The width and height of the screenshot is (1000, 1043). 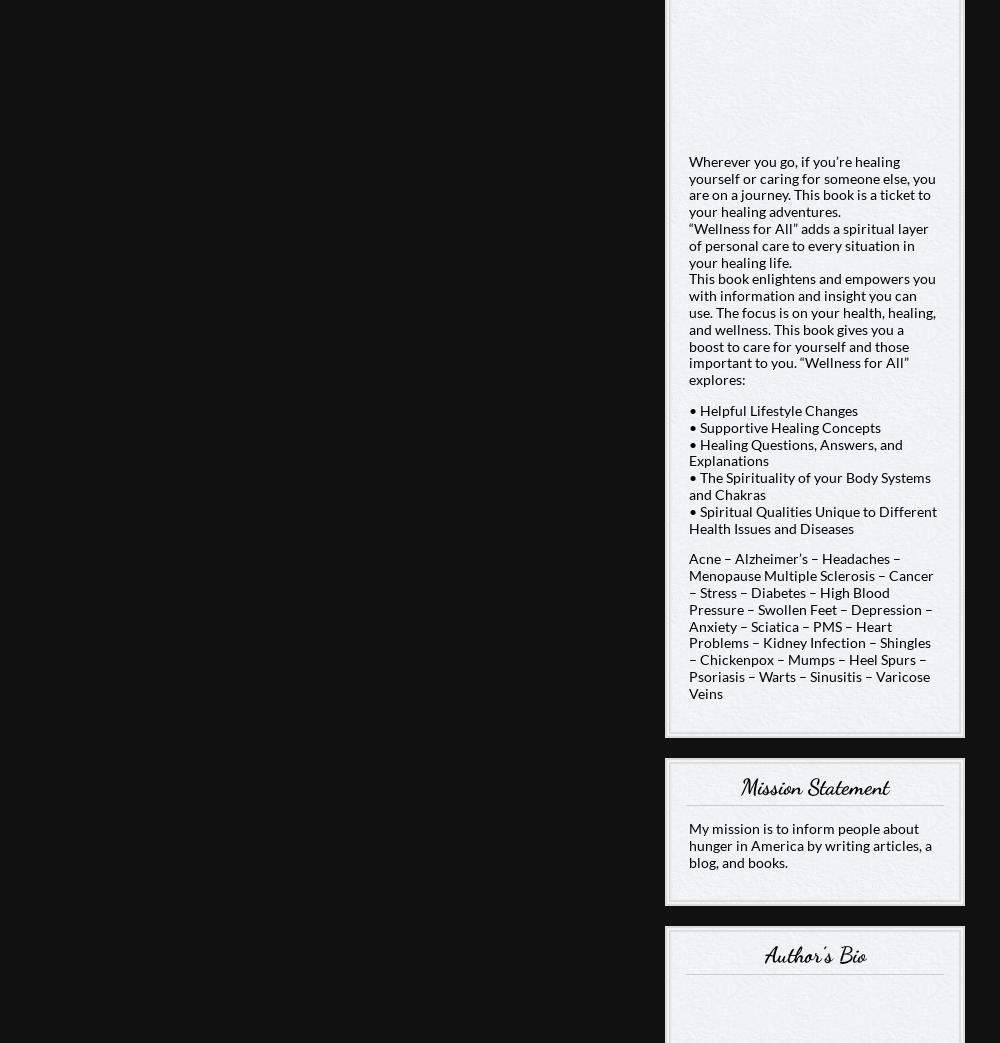 I want to click on '• The Spirituality of your Body Systems and Chakras', so click(x=809, y=484).